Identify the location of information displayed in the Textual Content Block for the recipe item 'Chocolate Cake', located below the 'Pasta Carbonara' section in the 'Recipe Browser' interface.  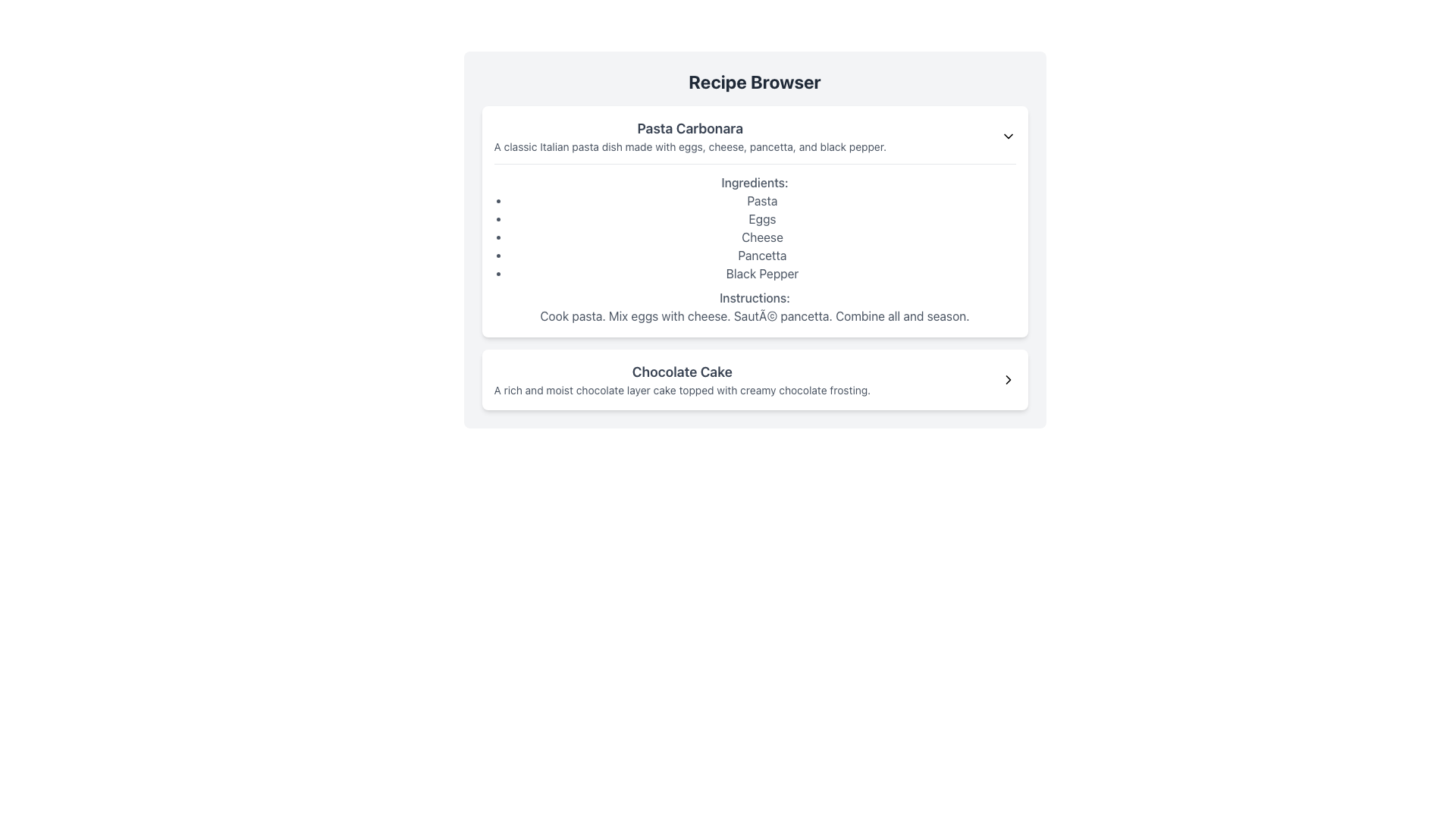
(681, 379).